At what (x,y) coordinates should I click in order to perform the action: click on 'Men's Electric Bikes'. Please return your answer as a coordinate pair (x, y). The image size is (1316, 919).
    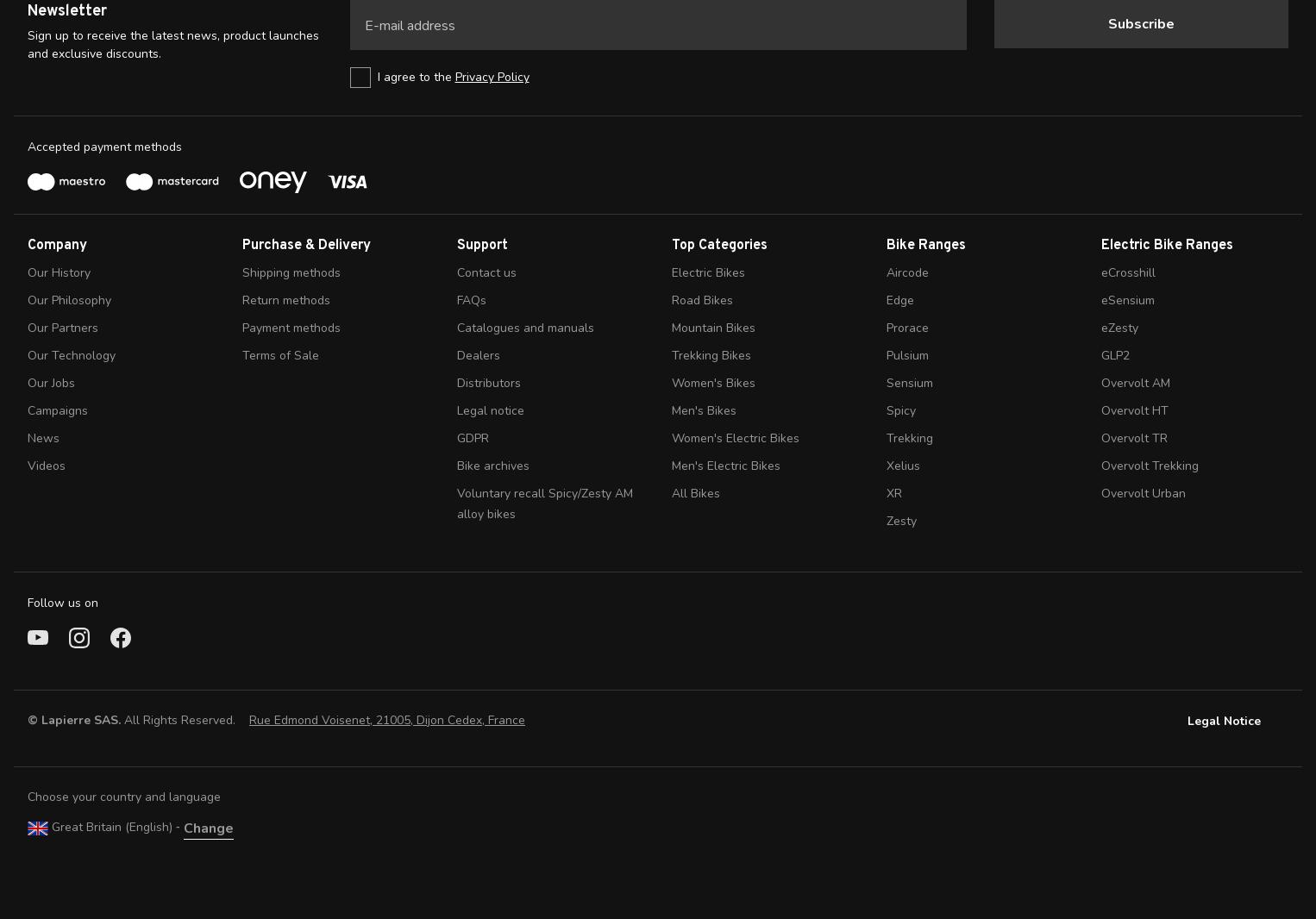
    Looking at the image, I should click on (726, 464).